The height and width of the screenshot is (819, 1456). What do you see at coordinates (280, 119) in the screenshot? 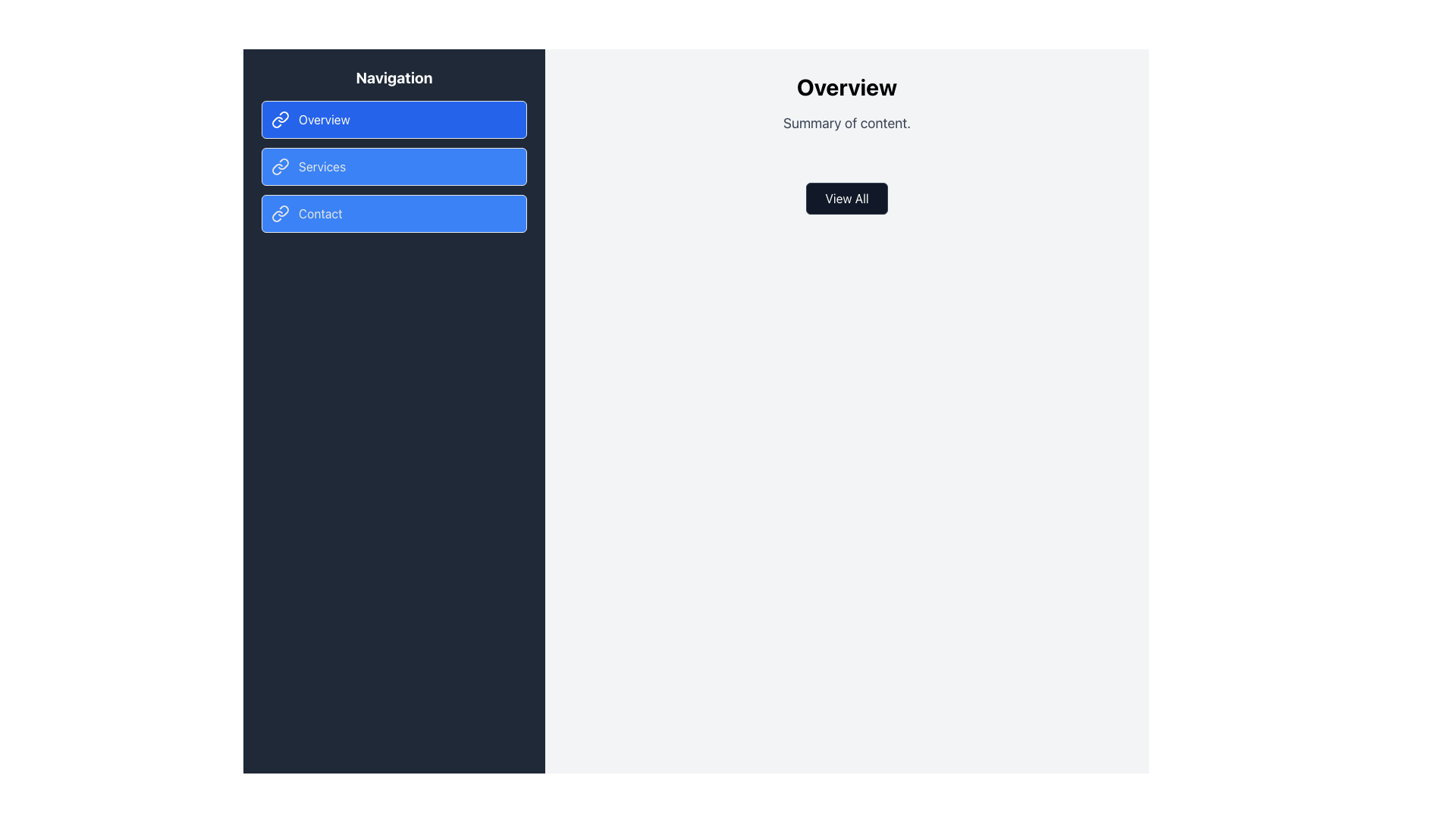
I see `the chain-link styled icon with rounded edges, which is rendered in a white outline on a blue background, located at the top-left corner adjacent to the 'Overview' text` at bounding box center [280, 119].